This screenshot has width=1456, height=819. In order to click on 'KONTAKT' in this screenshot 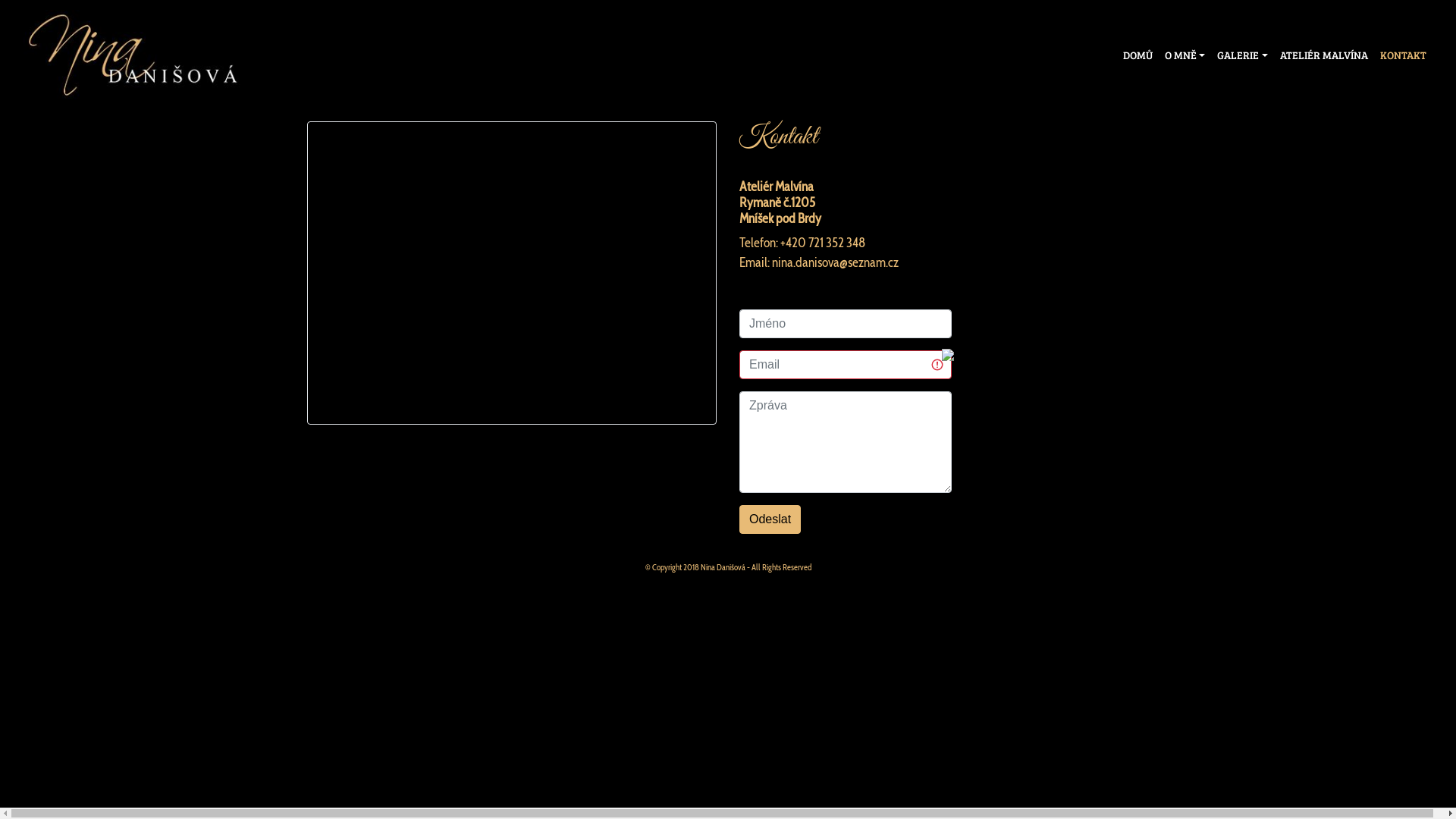, I will do `click(1402, 55)`.